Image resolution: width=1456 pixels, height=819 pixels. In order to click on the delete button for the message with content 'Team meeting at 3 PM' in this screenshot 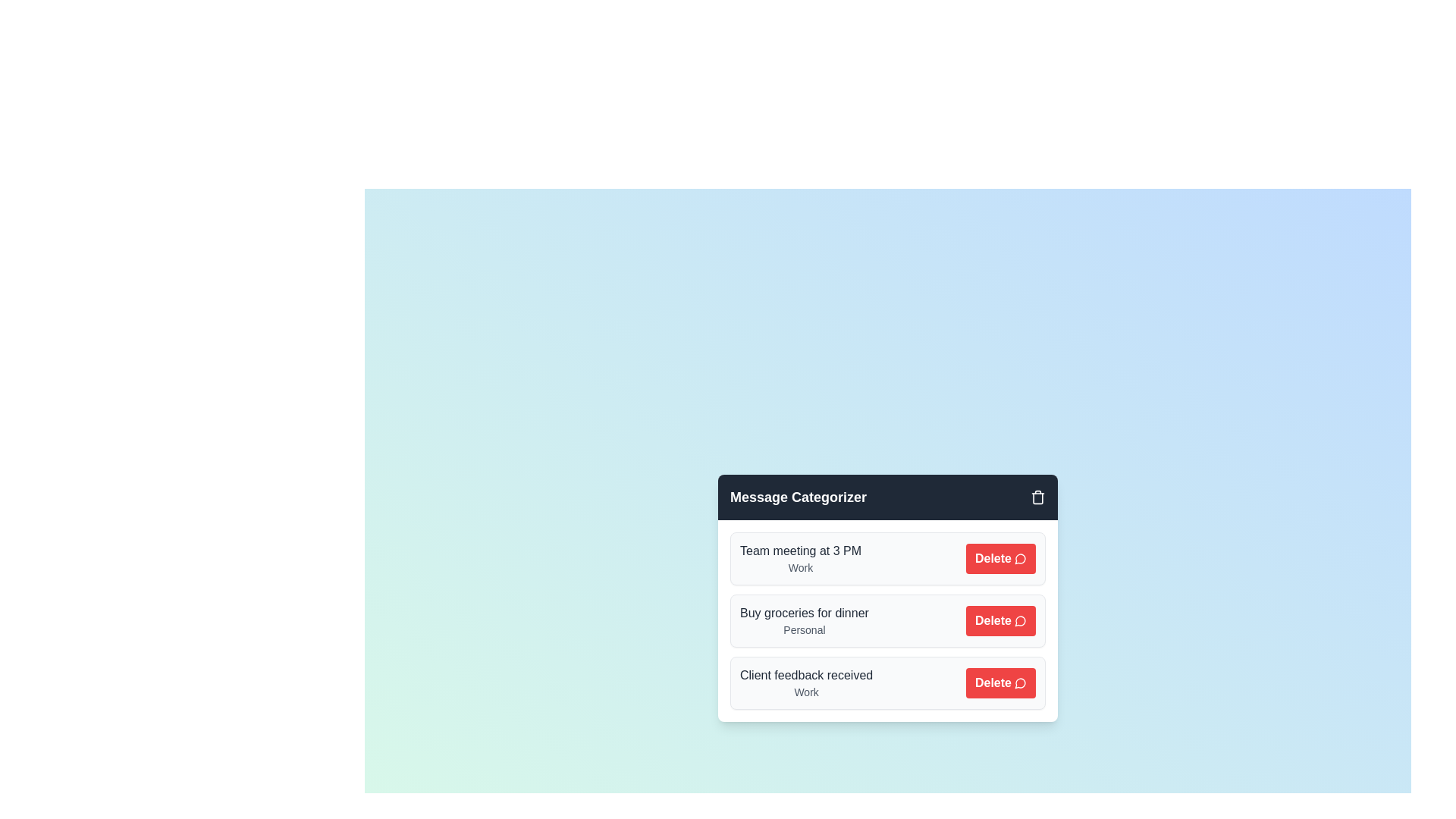, I will do `click(1001, 558)`.